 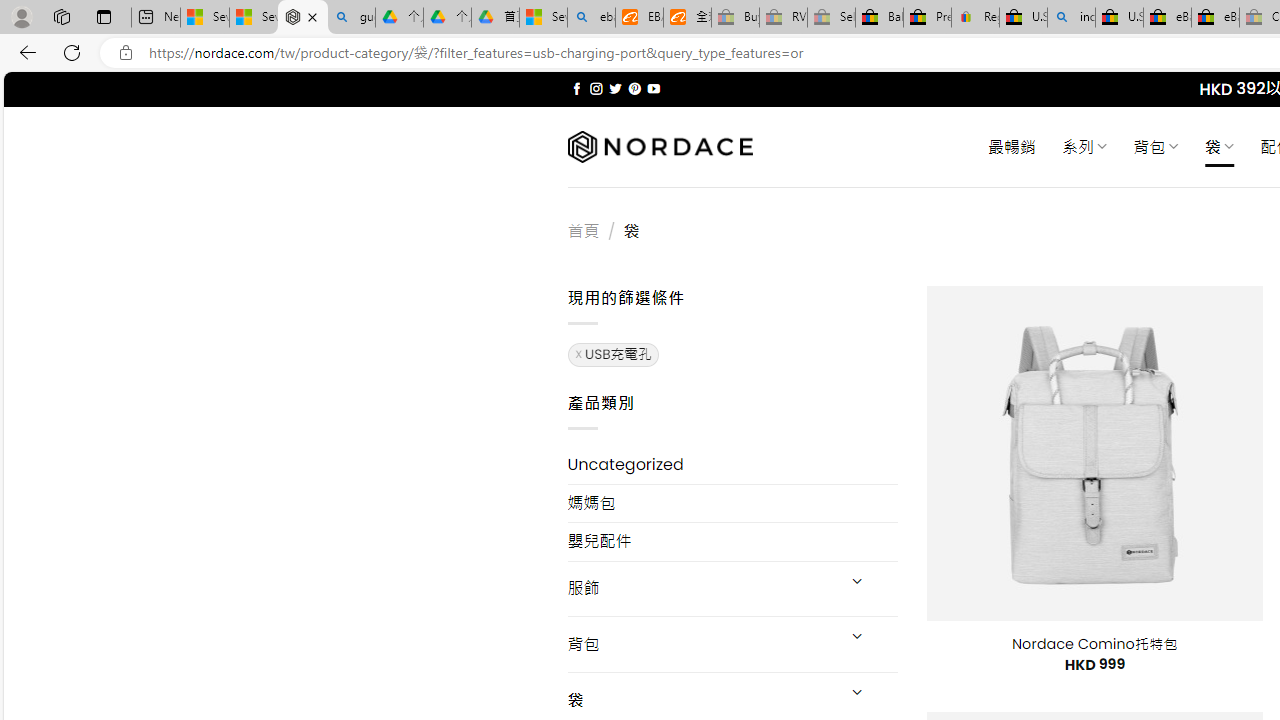 What do you see at coordinates (1070, 17) in the screenshot?
I see `'including - Search'` at bounding box center [1070, 17].